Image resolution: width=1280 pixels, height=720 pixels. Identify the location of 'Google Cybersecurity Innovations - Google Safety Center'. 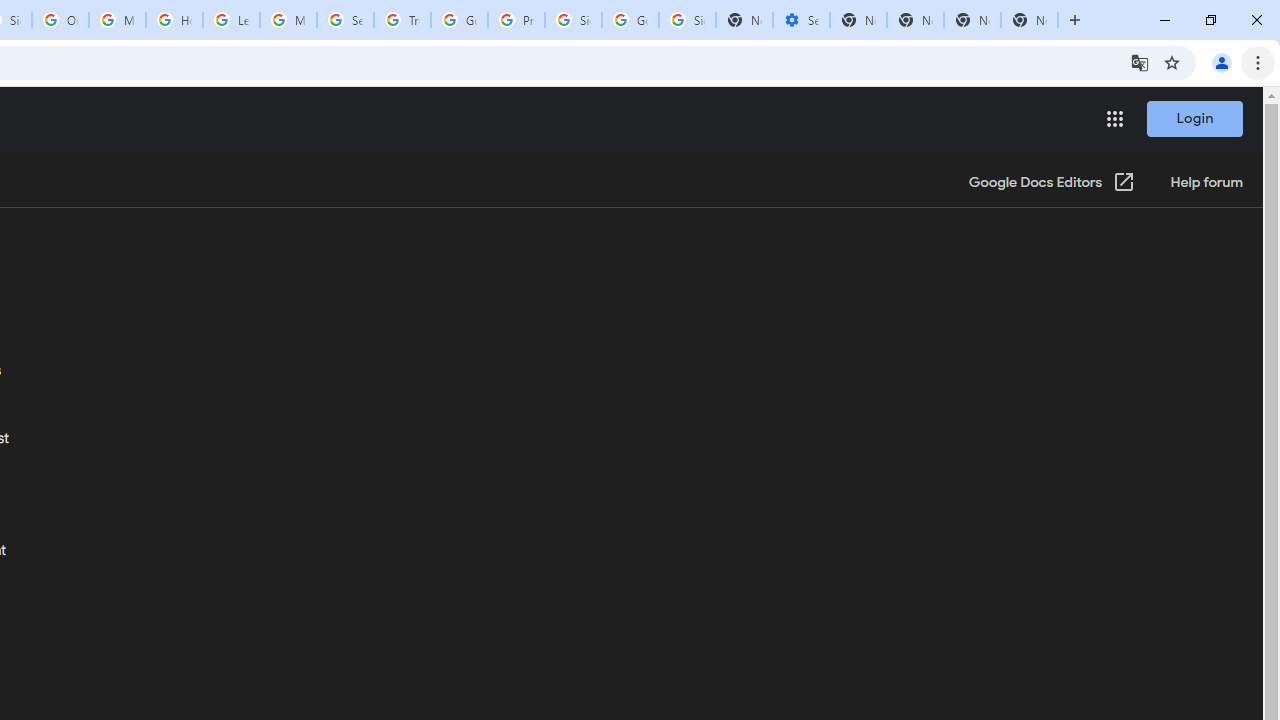
(629, 20).